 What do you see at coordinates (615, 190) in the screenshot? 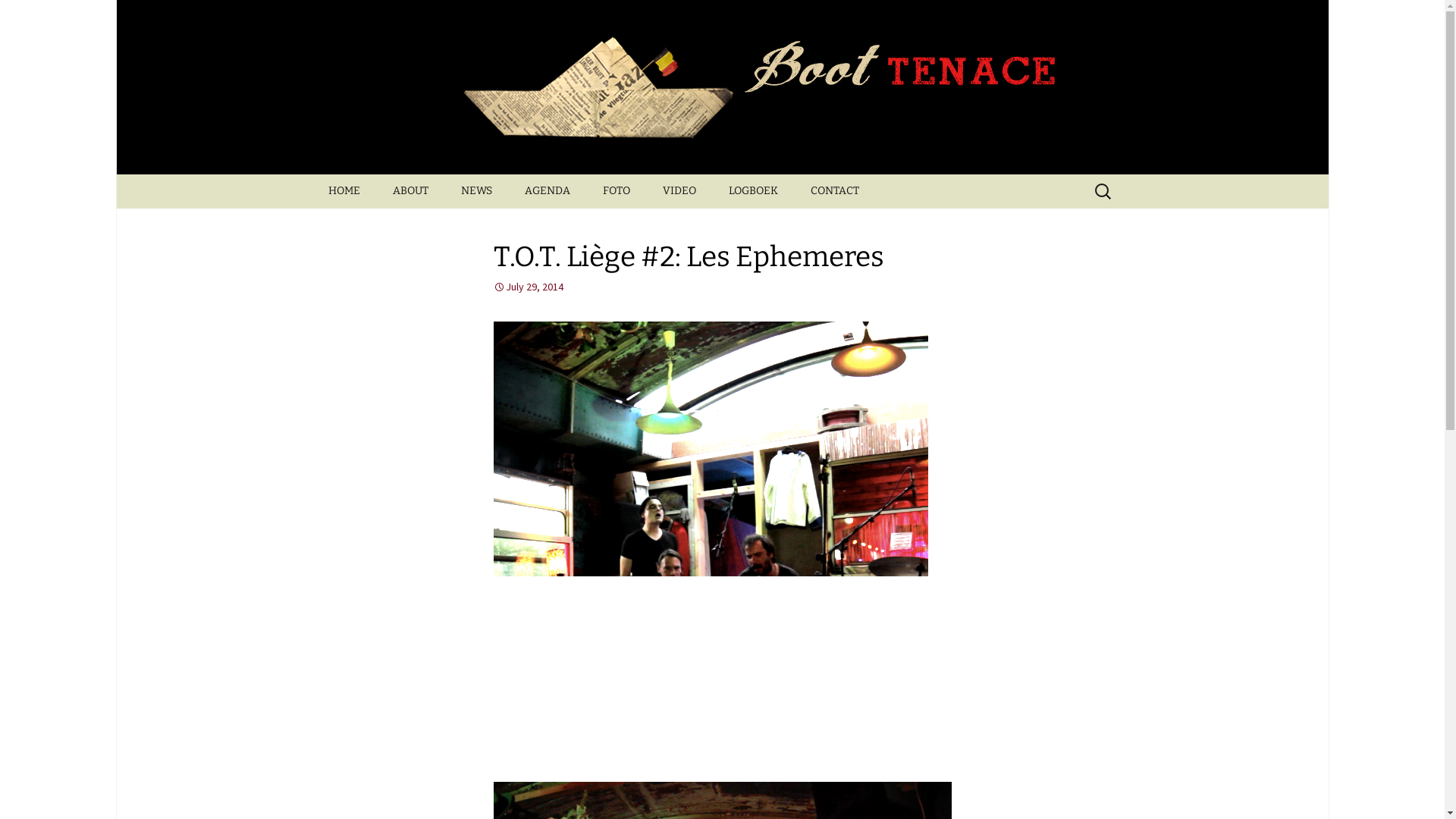
I see `'FOTO'` at bounding box center [615, 190].